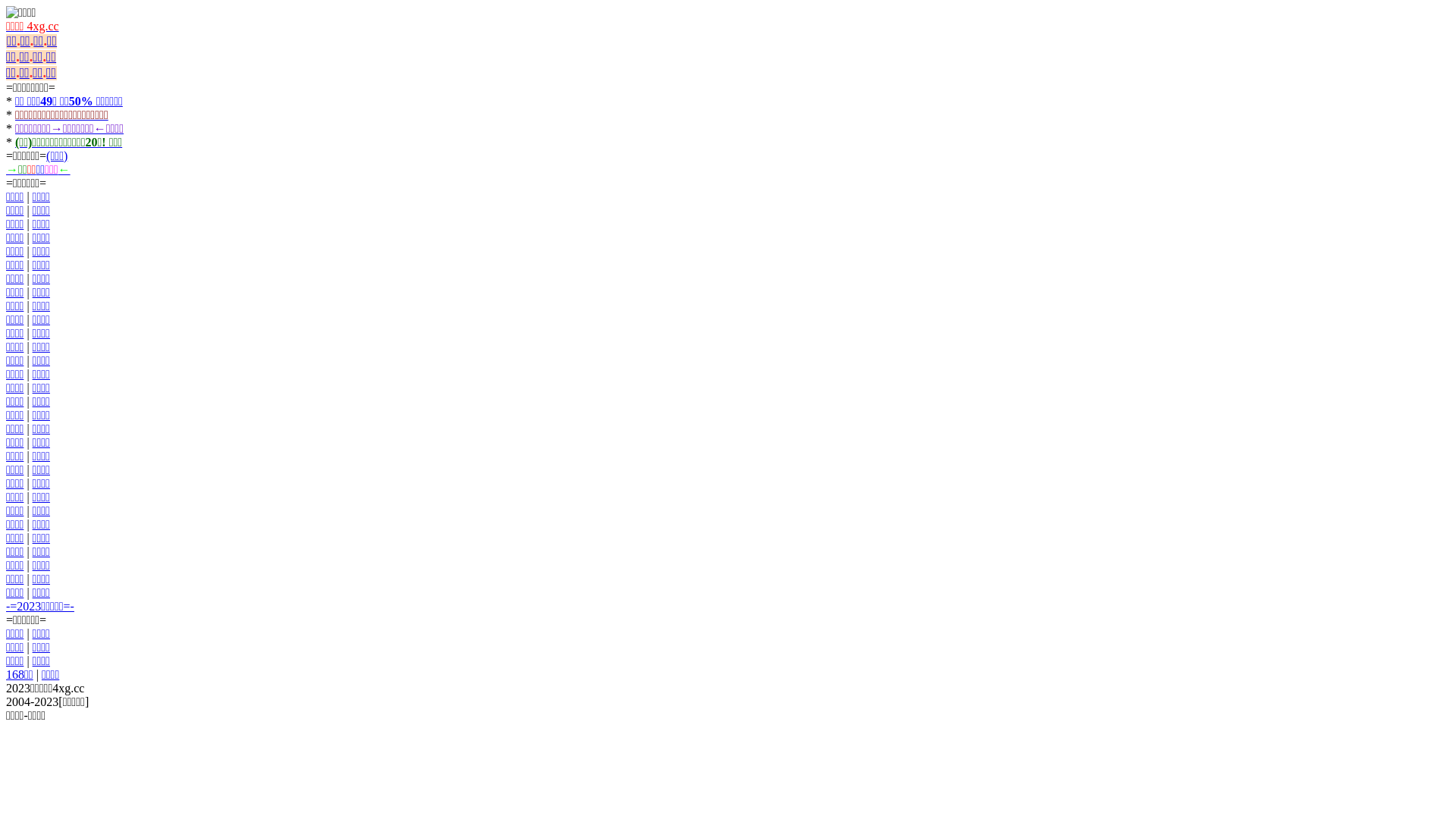  What do you see at coordinates (40, 26) in the screenshot?
I see `'4xg.cc'` at bounding box center [40, 26].